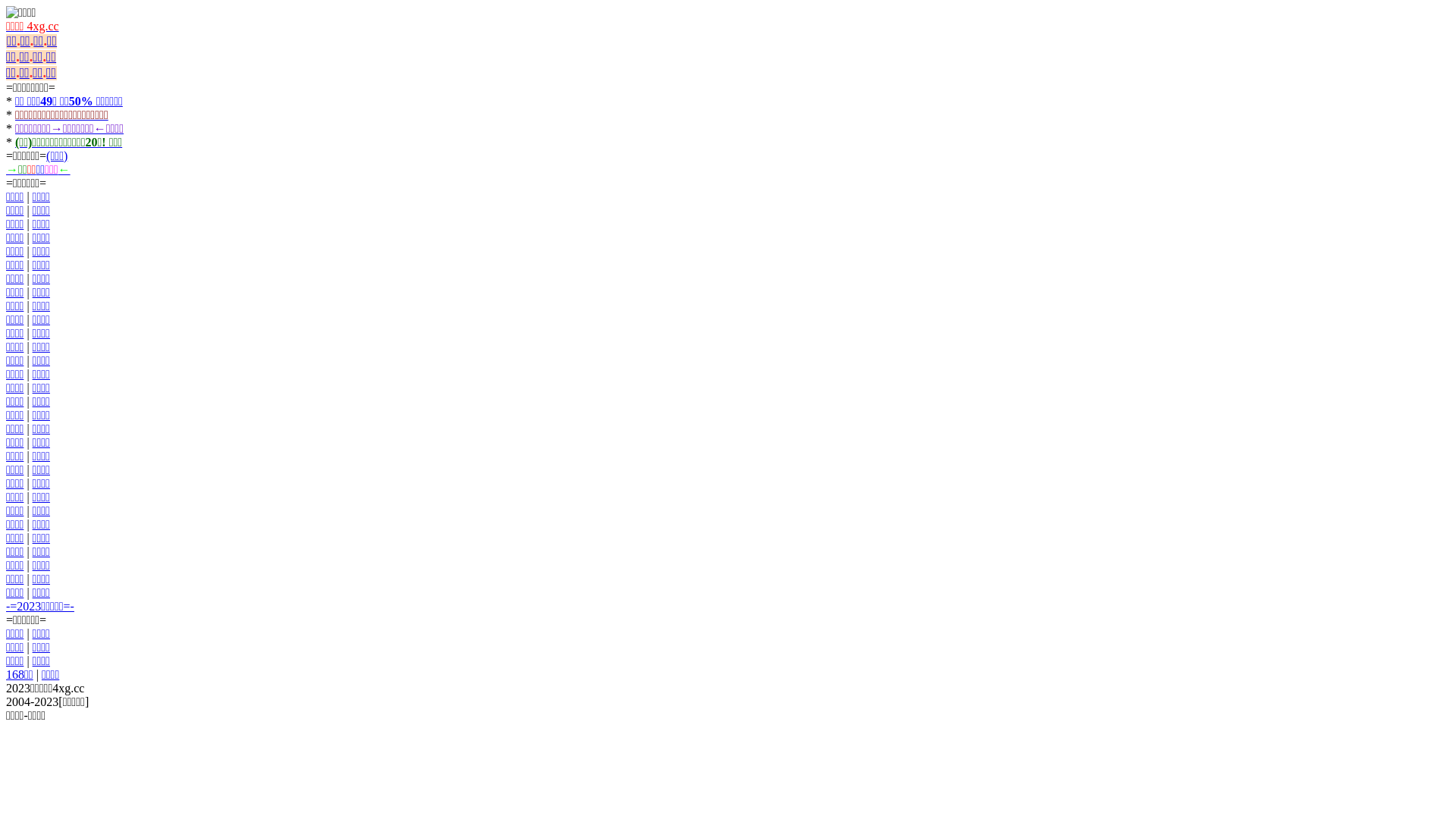  What do you see at coordinates (40, 26) in the screenshot?
I see `'4xg.cc'` at bounding box center [40, 26].